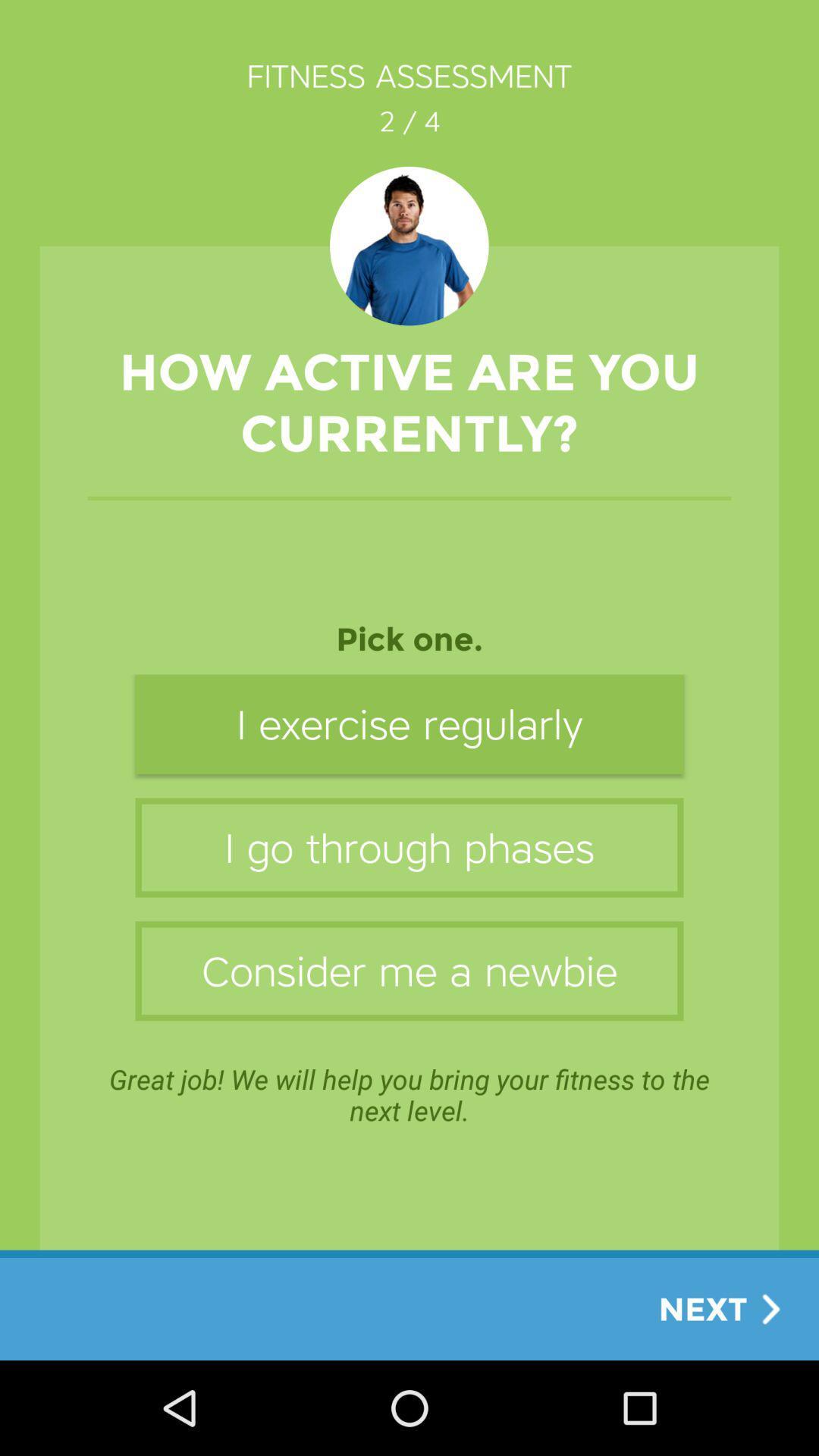 This screenshot has width=819, height=1456. Describe the element at coordinates (409, 846) in the screenshot. I see `icon below the i exercise regularly` at that location.